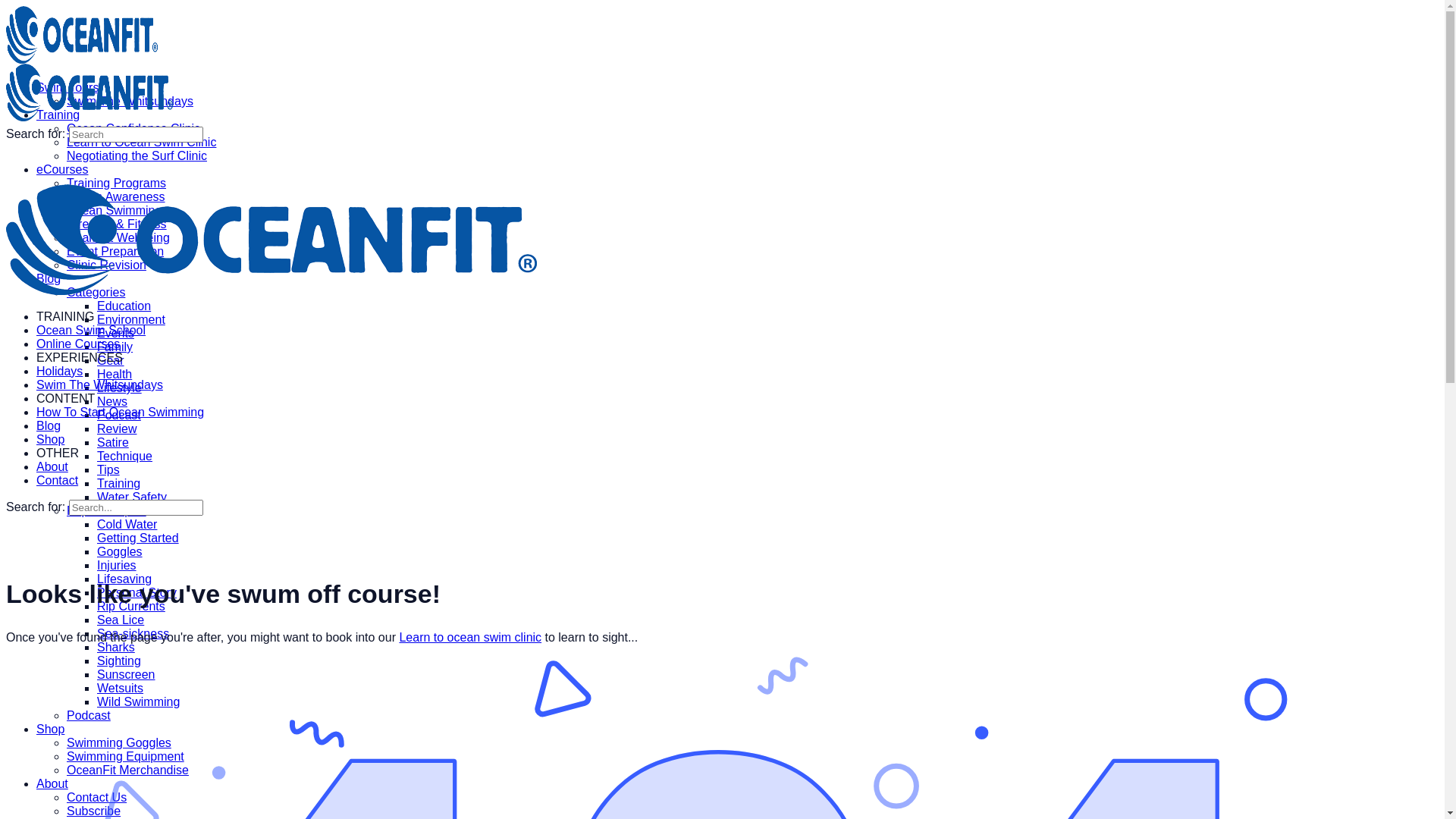 The image size is (1456, 819). I want to click on 'Sunscreen', so click(96, 673).